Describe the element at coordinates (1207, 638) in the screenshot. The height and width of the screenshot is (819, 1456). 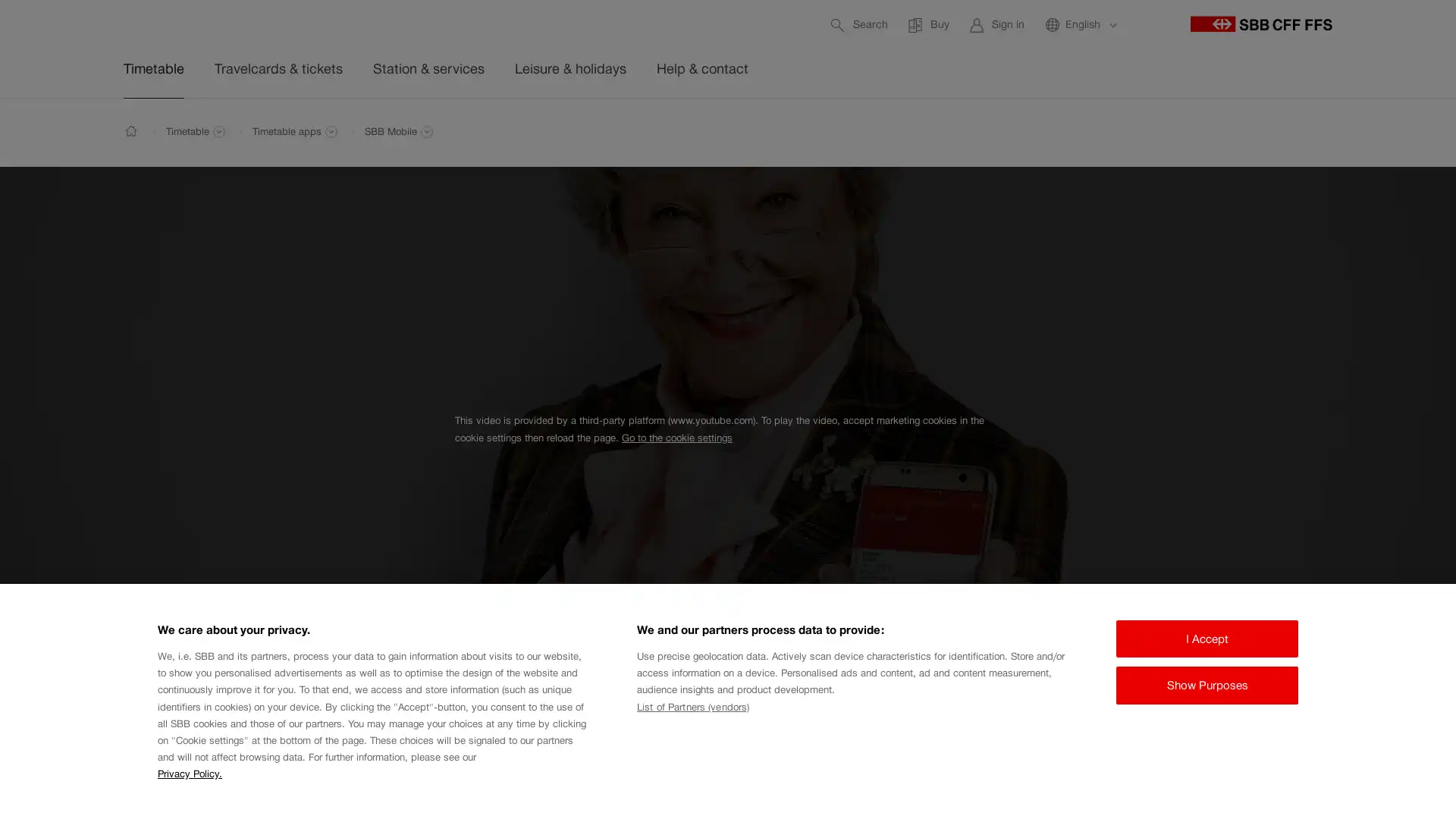
I see `I Accept` at that location.